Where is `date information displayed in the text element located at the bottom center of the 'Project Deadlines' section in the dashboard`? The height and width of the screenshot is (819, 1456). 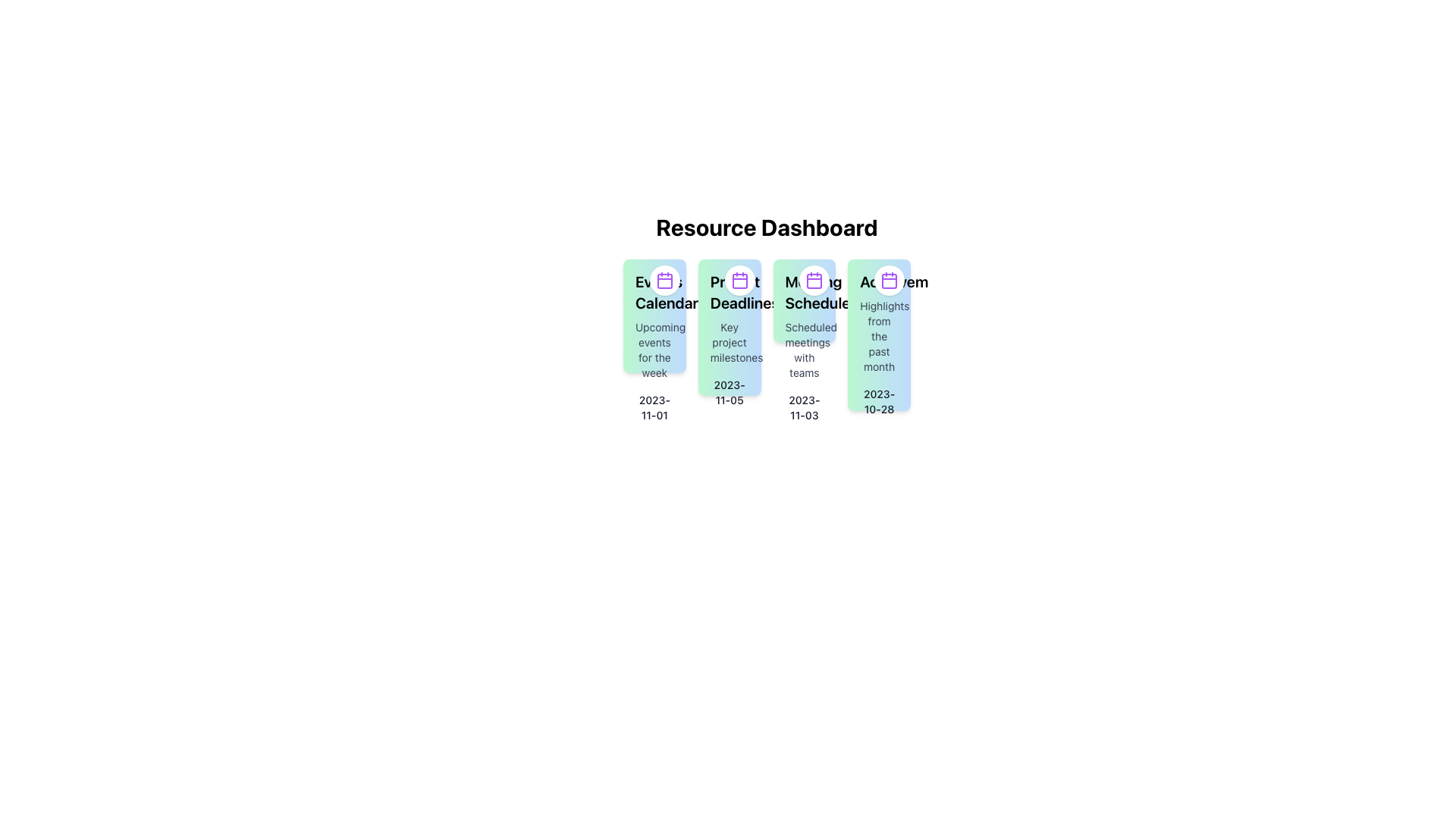
date information displayed in the text element located at the bottom center of the 'Project Deadlines' section in the dashboard is located at coordinates (730, 391).